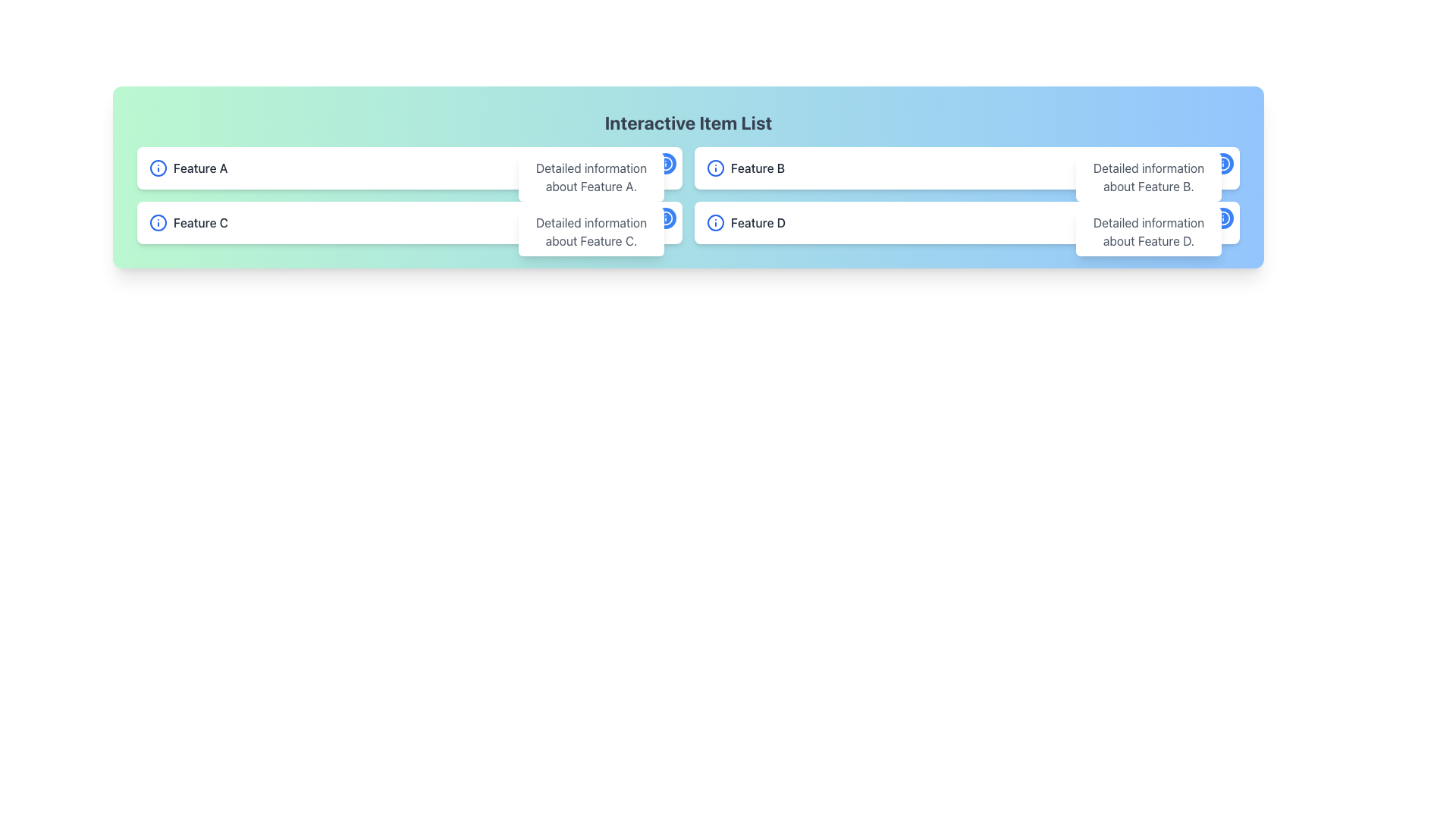 This screenshot has height=819, width=1456. I want to click on the SVG circle element that serves as a background for the 'info' icon, which is located on the far right of a feature item in a horizontally structured list, so click(1222, 218).